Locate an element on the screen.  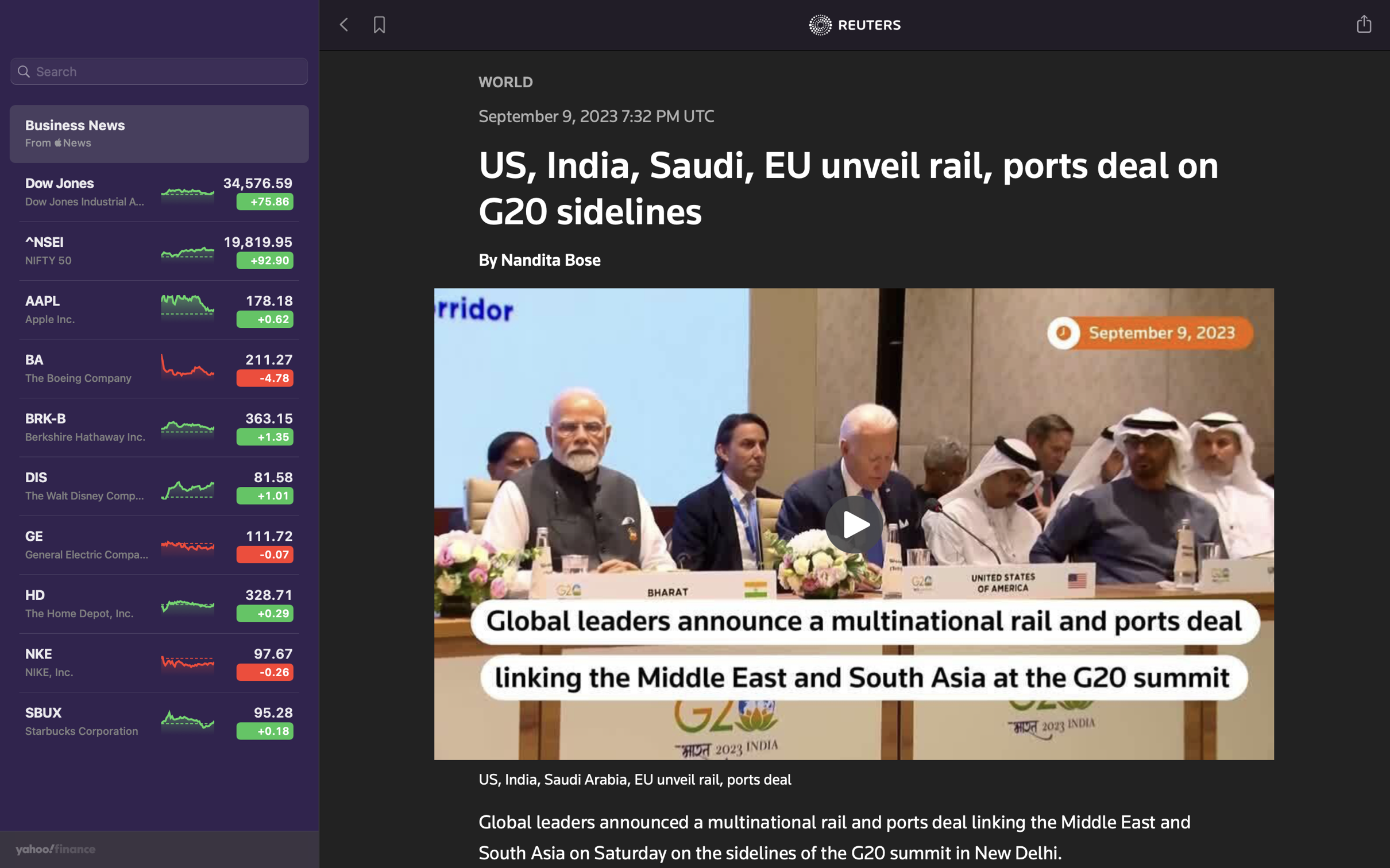
Search for news related to Dow Jones is located at coordinates (160, 73).